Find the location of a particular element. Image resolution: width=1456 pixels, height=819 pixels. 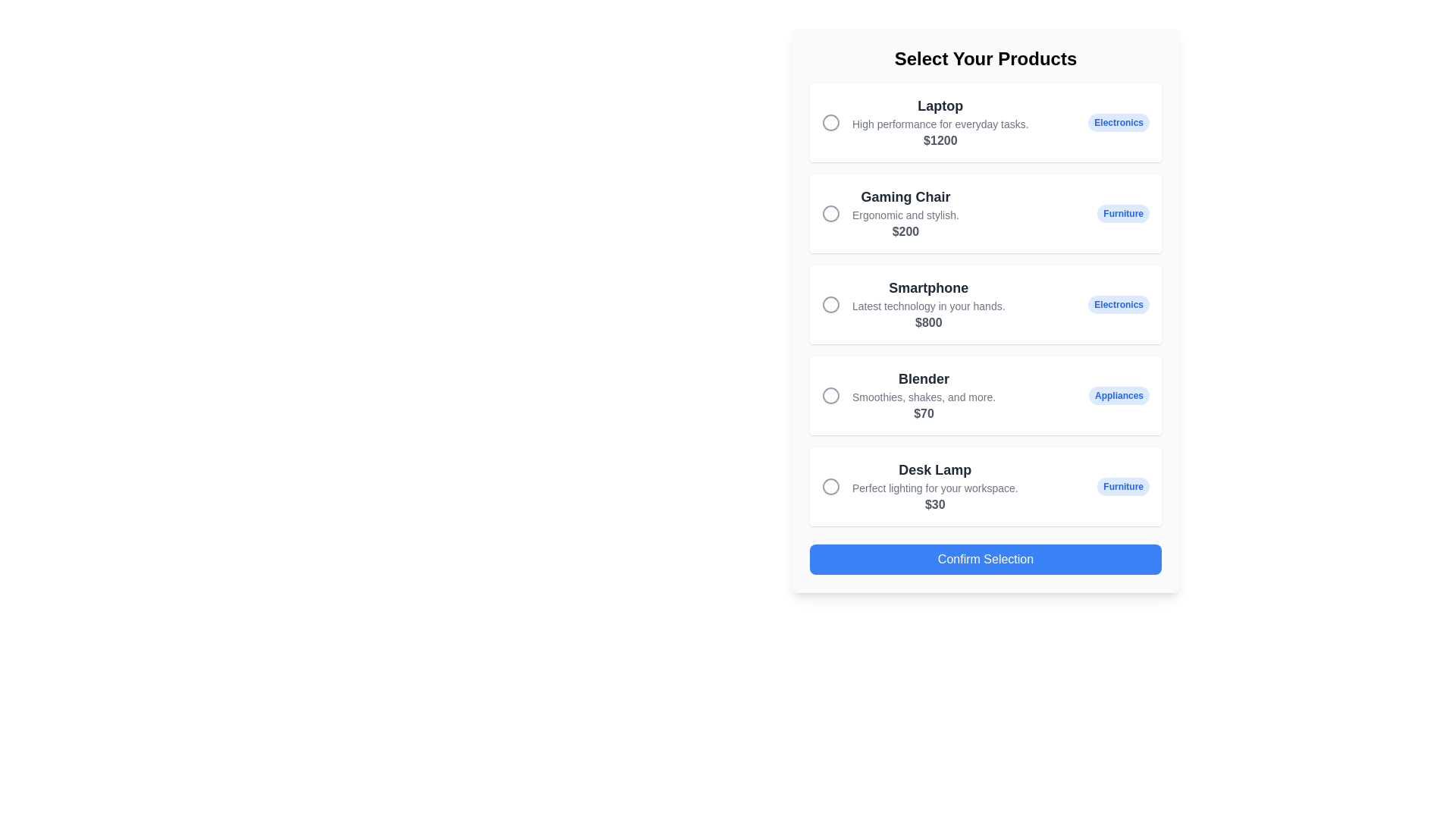

the radio button located to the left of the 'Blender' product label to make a selection is located at coordinates (830, 394).